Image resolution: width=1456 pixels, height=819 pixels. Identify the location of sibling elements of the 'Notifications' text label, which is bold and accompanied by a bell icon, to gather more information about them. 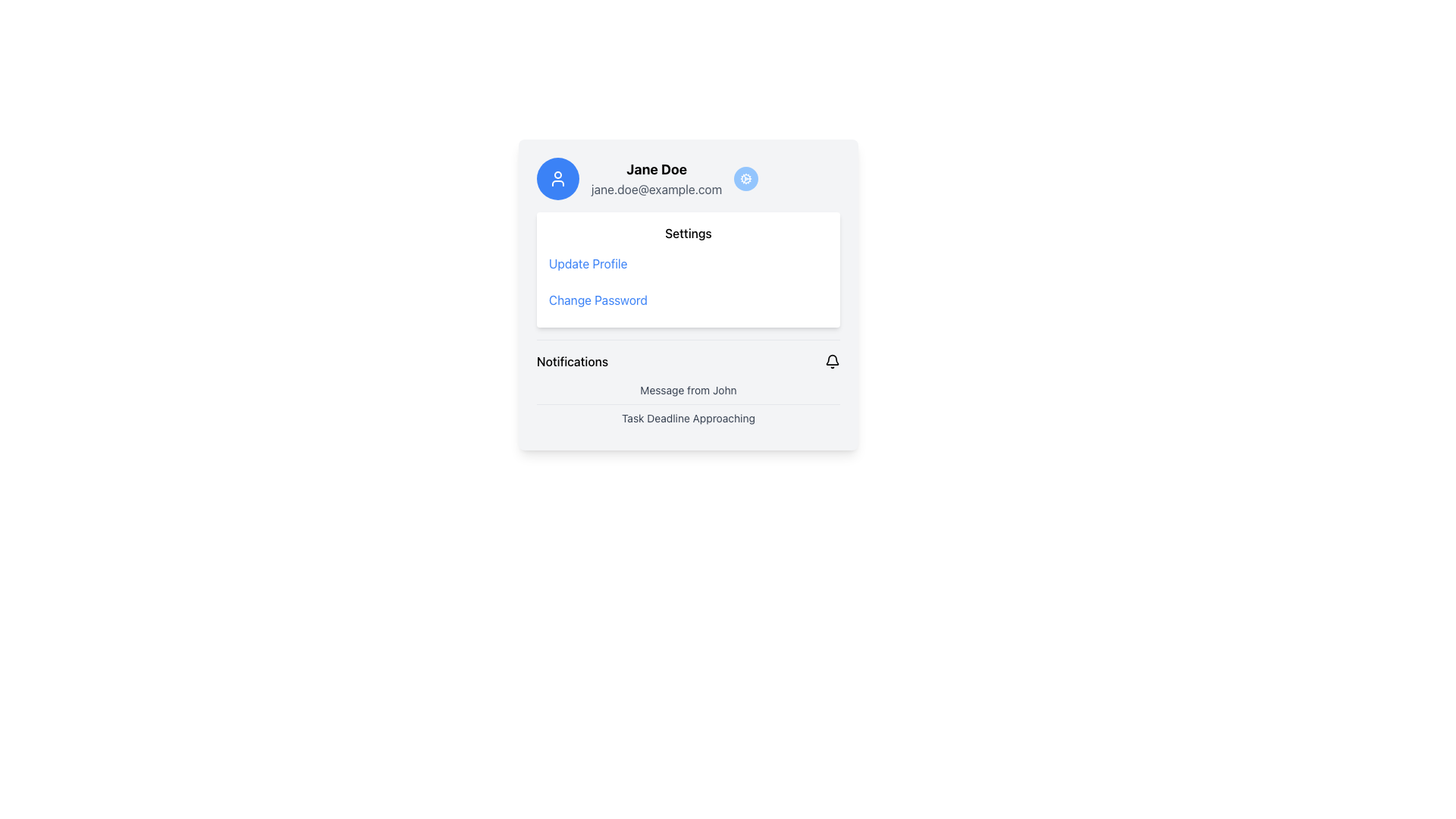
(687, 362).